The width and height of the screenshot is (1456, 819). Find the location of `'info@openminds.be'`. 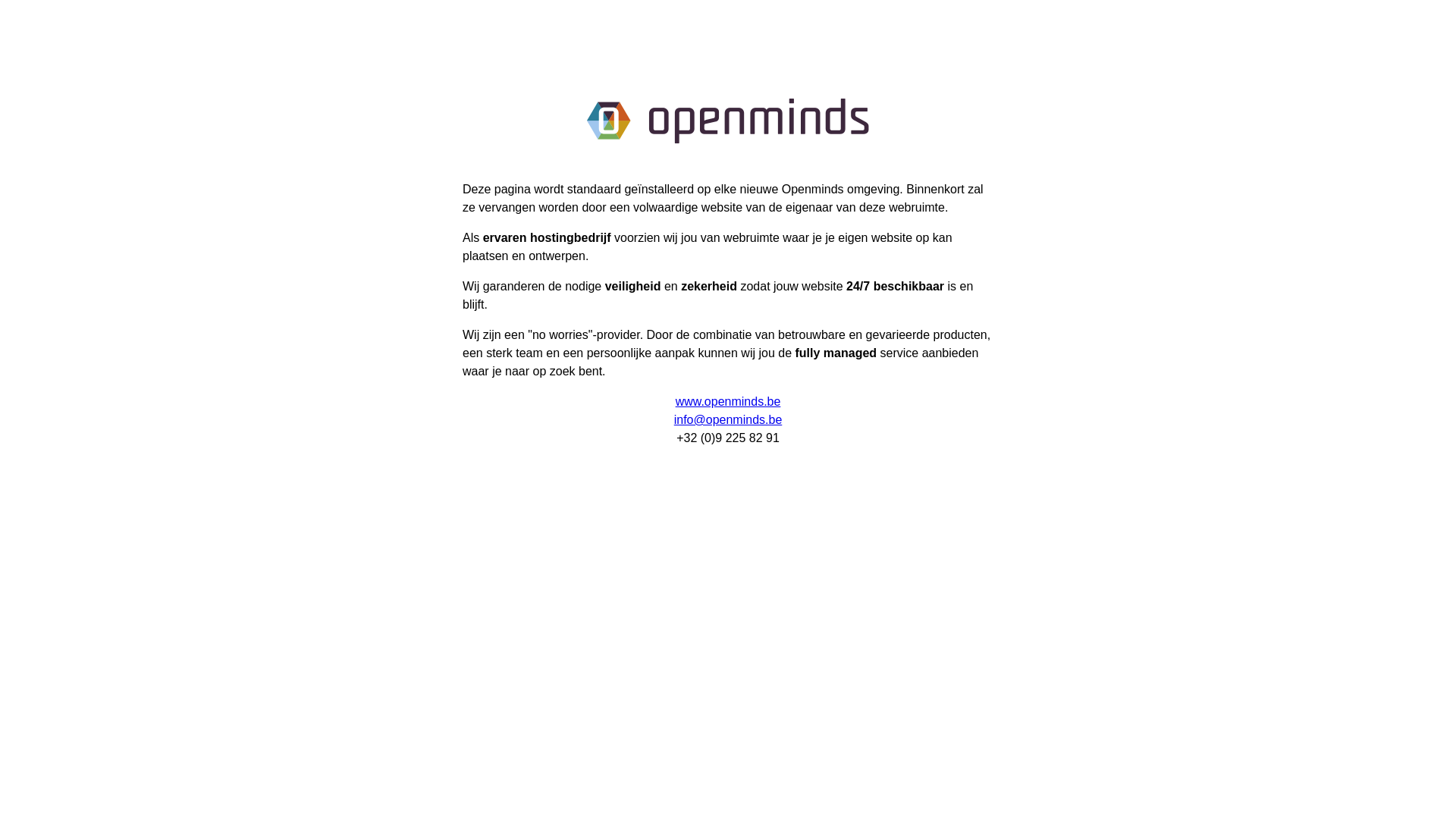

'info@openminds.be' is located at coordinates (728, 419).